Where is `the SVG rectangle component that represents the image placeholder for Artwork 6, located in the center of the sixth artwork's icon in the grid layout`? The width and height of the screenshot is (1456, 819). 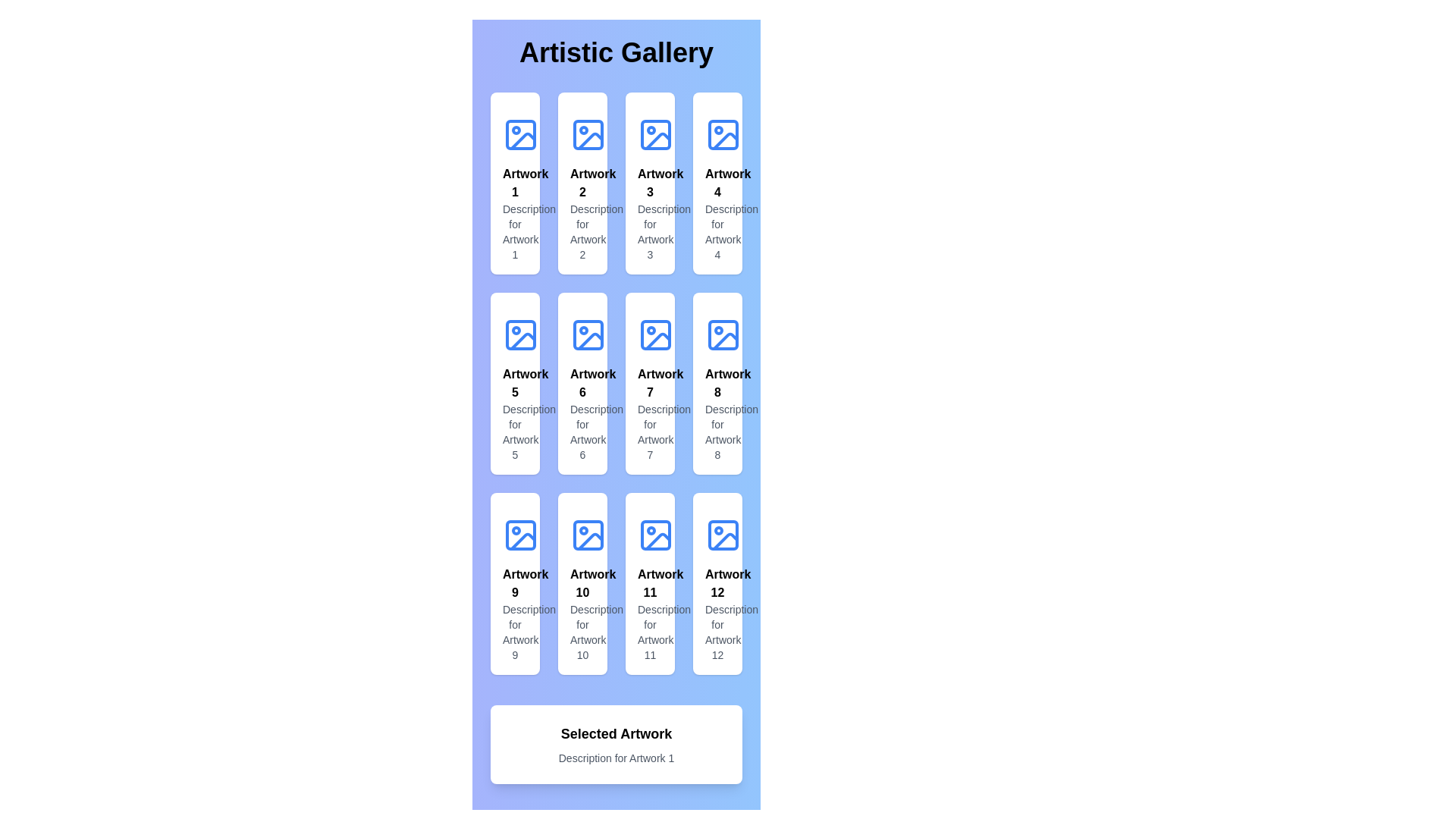
the SVG rectangle component that represents the image placeholder for Artwork 6, located in the center of the sixth artwork's icon in the grid layout is located at coordinates (588, 334).